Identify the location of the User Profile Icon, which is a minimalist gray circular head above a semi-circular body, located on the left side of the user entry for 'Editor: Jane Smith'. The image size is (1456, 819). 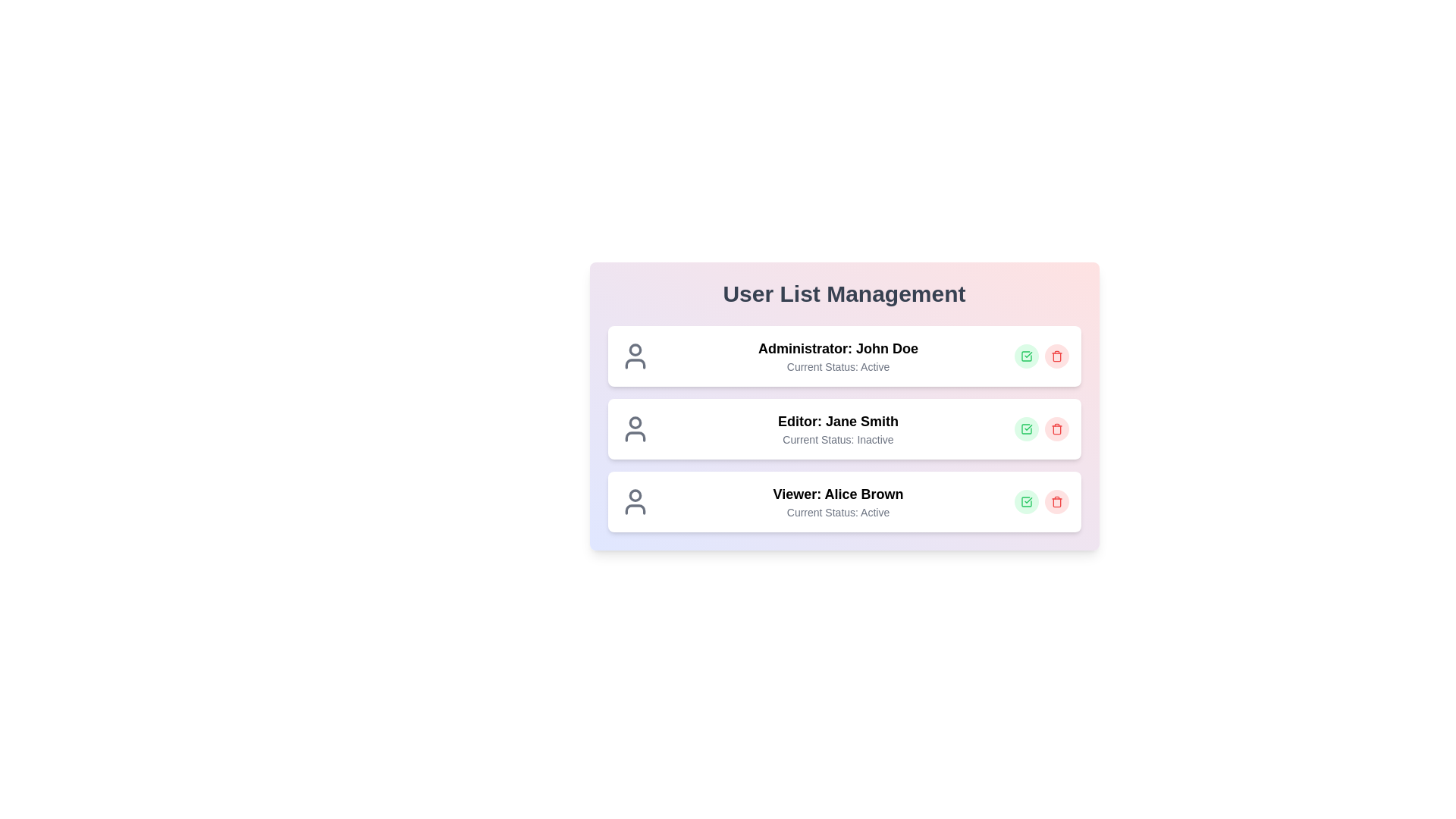
(635, 429).